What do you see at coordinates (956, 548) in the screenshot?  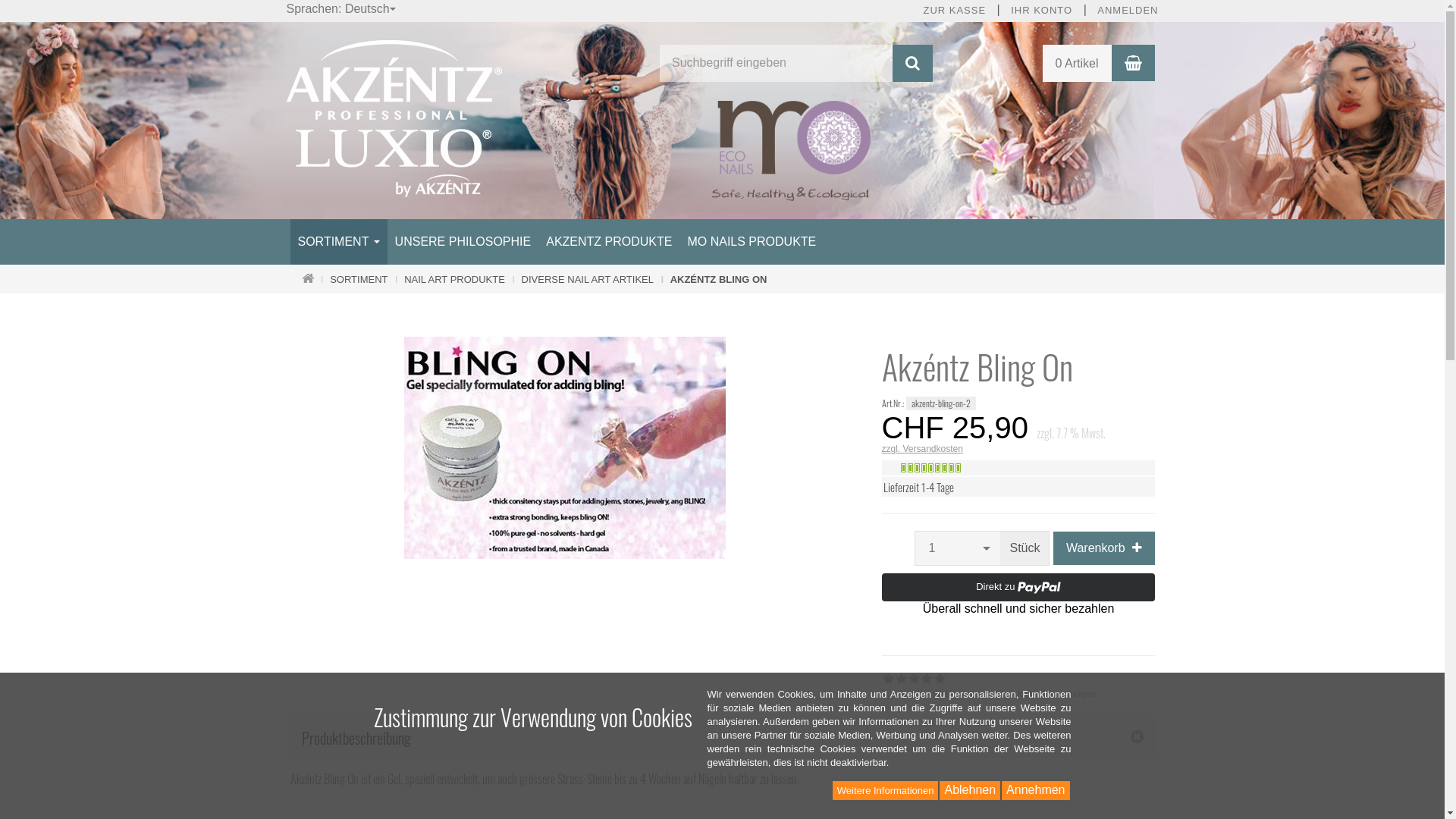 I see `'1'` at bounding box center [956, 548].